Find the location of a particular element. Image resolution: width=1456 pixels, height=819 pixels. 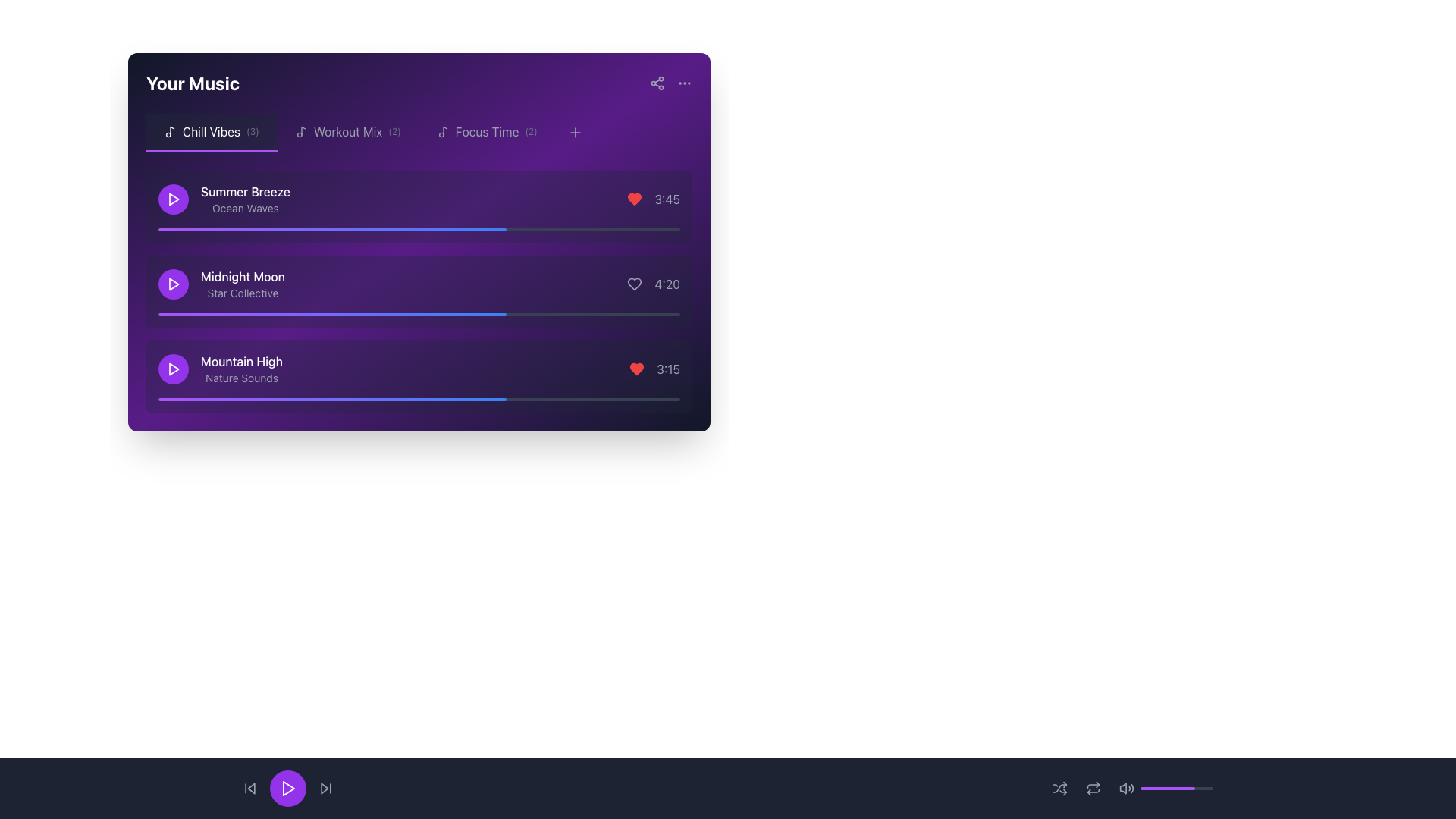

the progress indicator bar located at the bottom of the 'Mountain High' music item in the playlist interface, which visually indicates the portion of the currently playing song that has been completed is located at coordinates (331, 399).